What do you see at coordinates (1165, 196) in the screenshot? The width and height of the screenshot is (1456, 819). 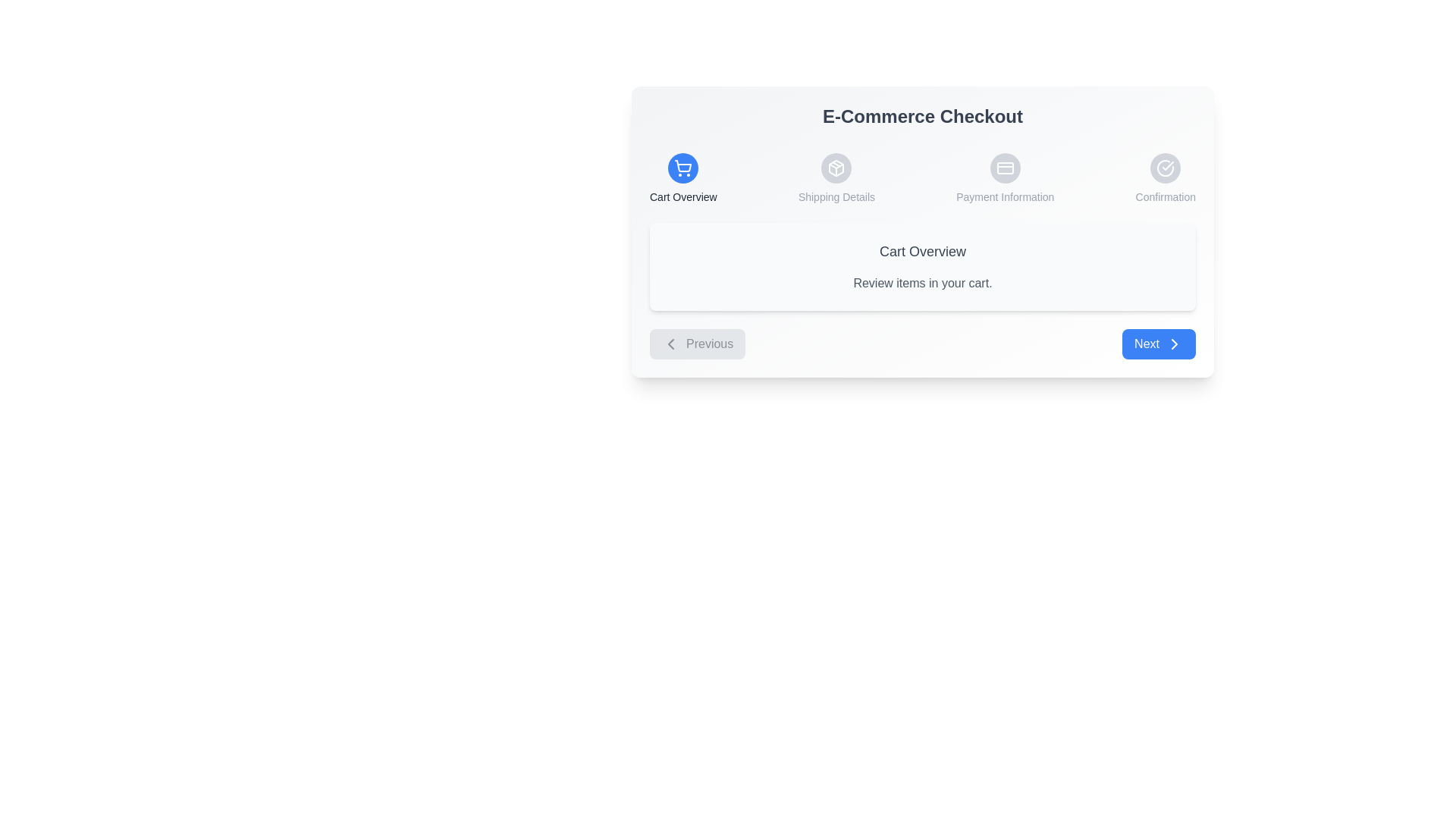 I see `the 'Confirmation' text label element, which indicates the 'Confirmation' stage in the progress workflow, located below a checkmark icon in the top-right corner of the interface` at bounding box center [1165, 196].